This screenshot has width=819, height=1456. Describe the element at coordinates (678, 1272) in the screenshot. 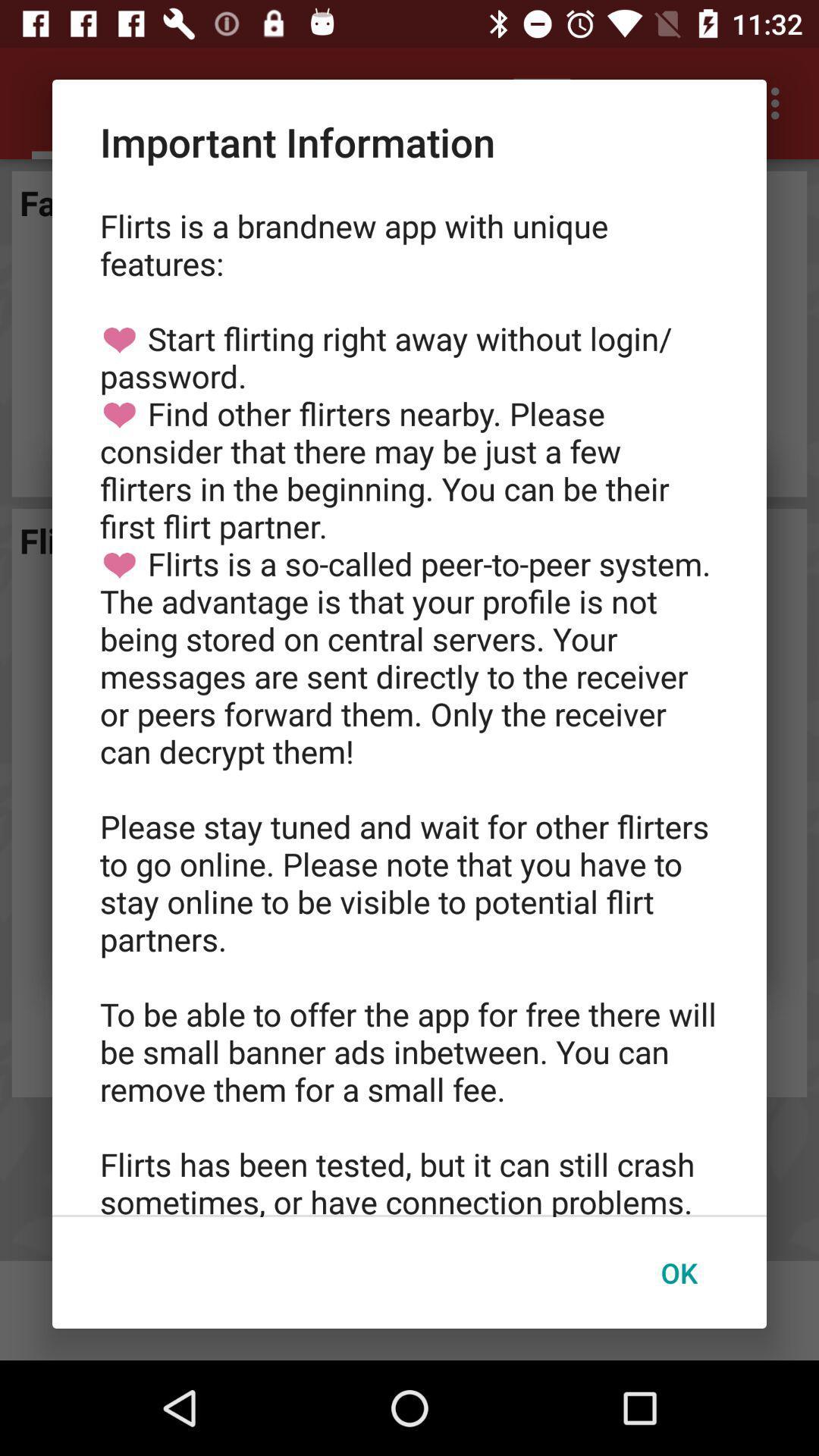

I see `the icon at the bottom right corner` at that location.